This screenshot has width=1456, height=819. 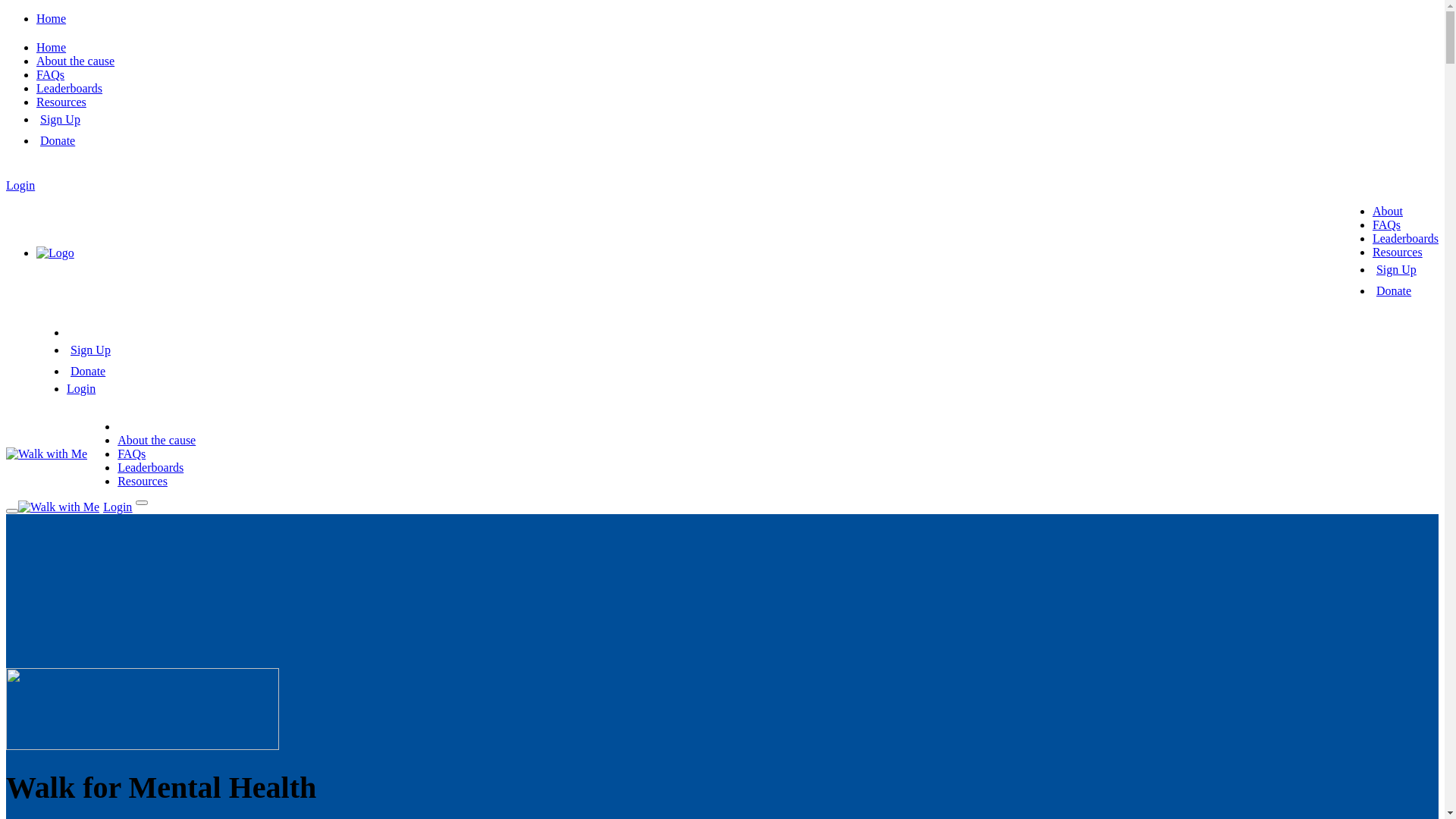 I want to click on 'Resources', so click(x=142, y=481).